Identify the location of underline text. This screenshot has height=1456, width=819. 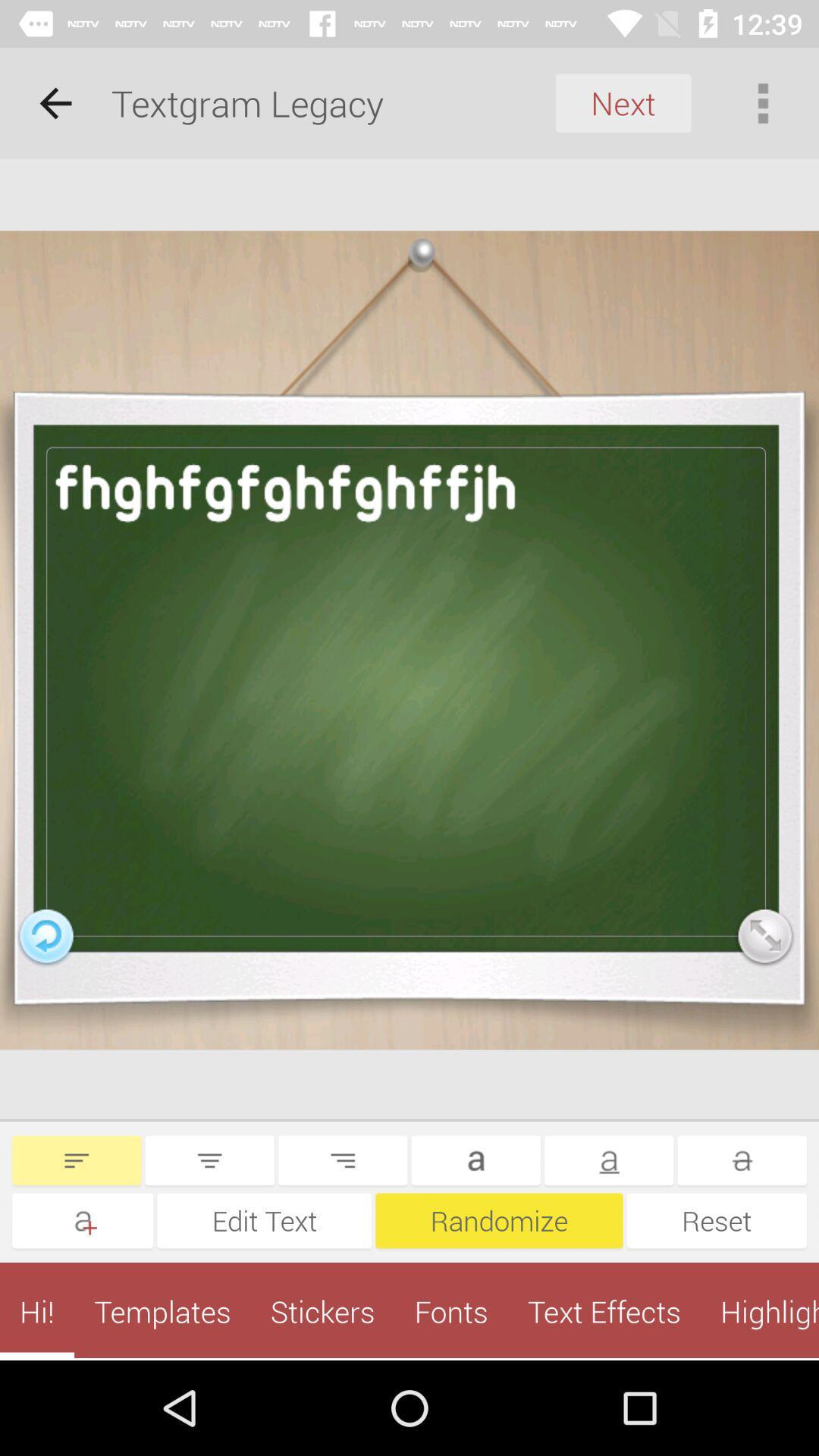
(608, 1159).